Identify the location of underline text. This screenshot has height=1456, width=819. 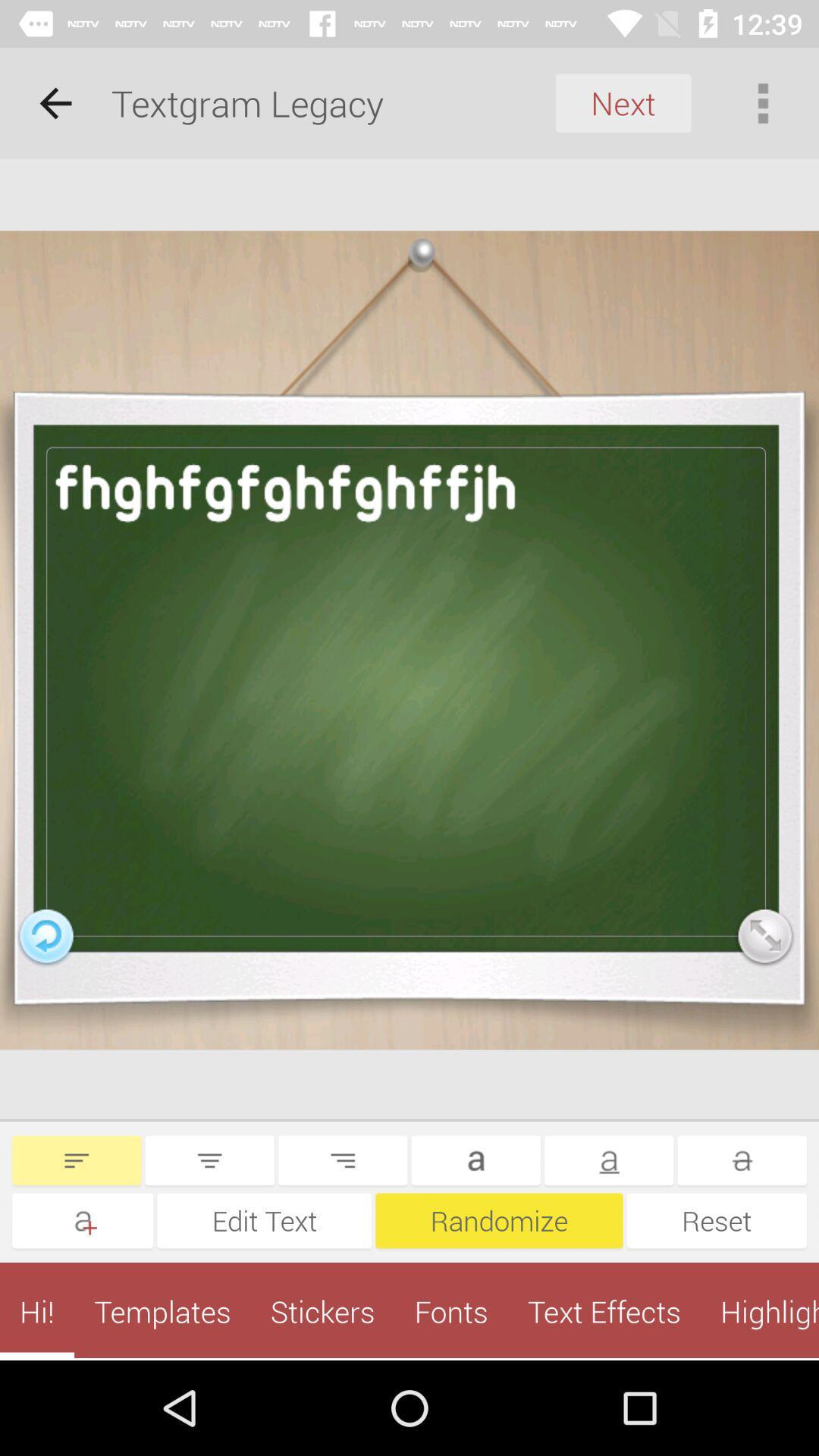
(608, 1159).